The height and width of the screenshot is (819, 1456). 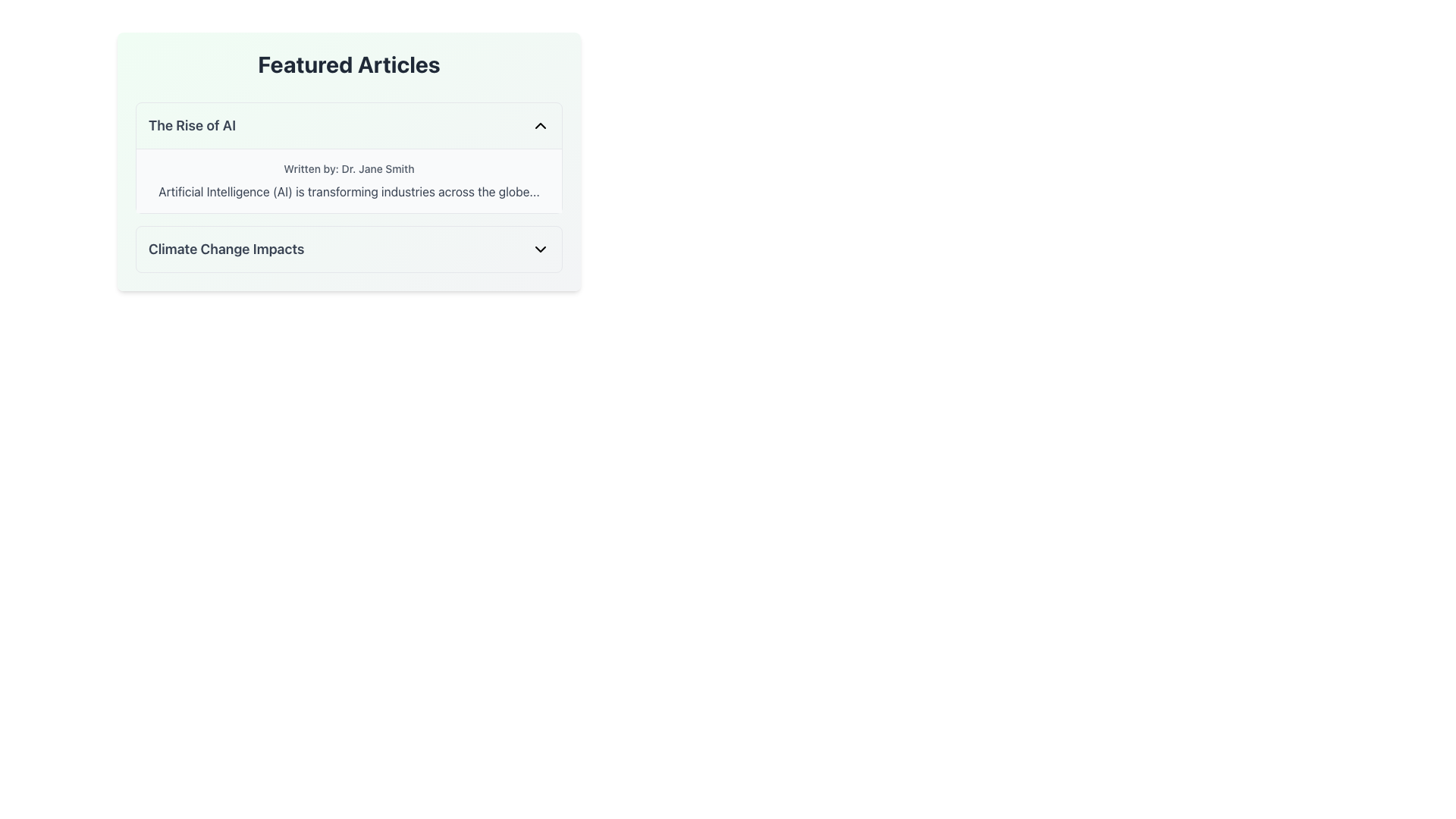 I want to click on the chevron icon at the rightmost end of the article titled 'The Rise of AI', so click(x=541, y=124).